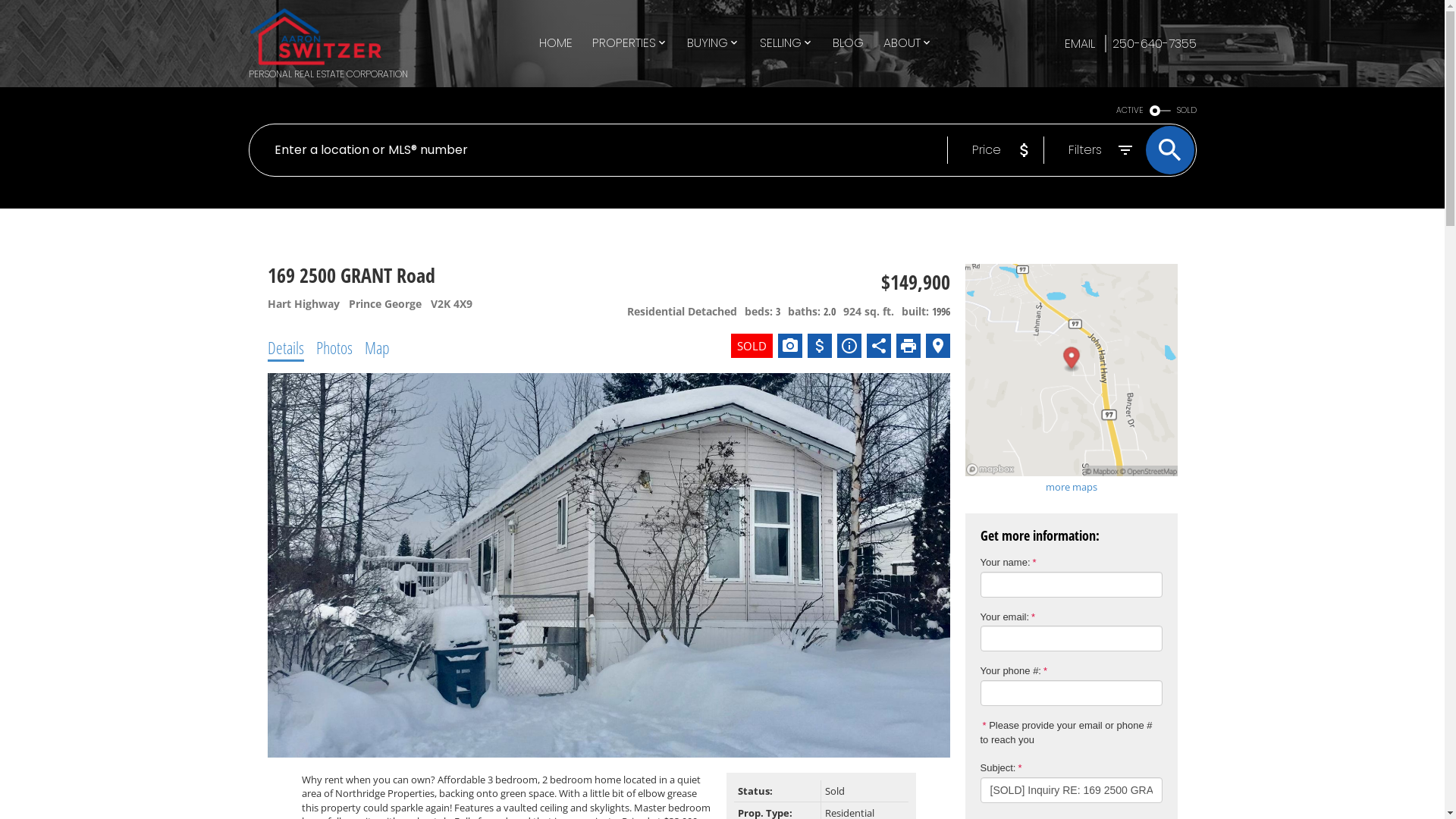 The image size is (1456, 819). I want to click on 'View photo gallery', so click(789, 345).